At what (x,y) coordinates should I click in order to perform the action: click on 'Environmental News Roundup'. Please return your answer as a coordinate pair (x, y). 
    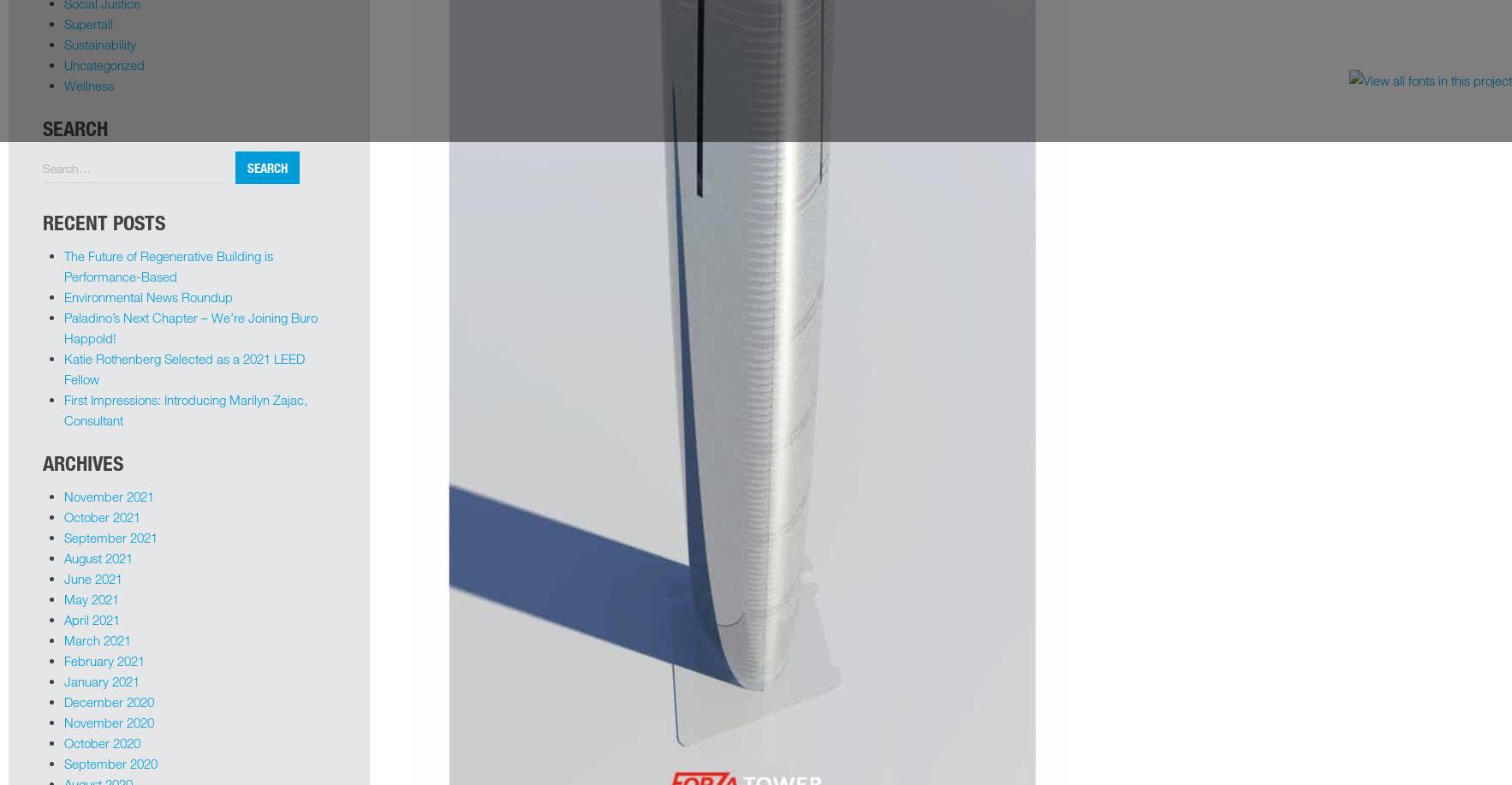
    Looking at the image, I should click on (147, 294).